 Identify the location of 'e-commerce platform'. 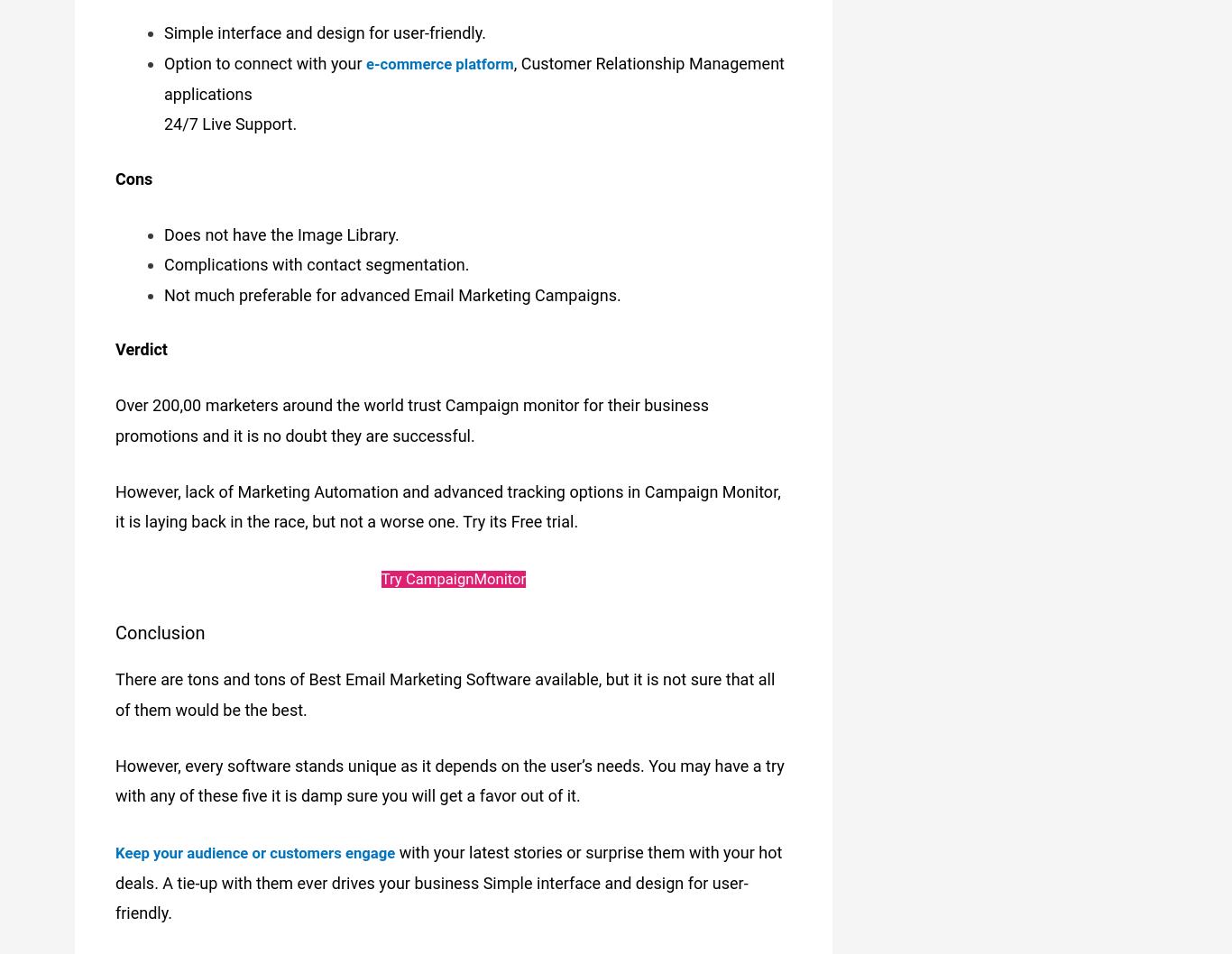
(445, 52).